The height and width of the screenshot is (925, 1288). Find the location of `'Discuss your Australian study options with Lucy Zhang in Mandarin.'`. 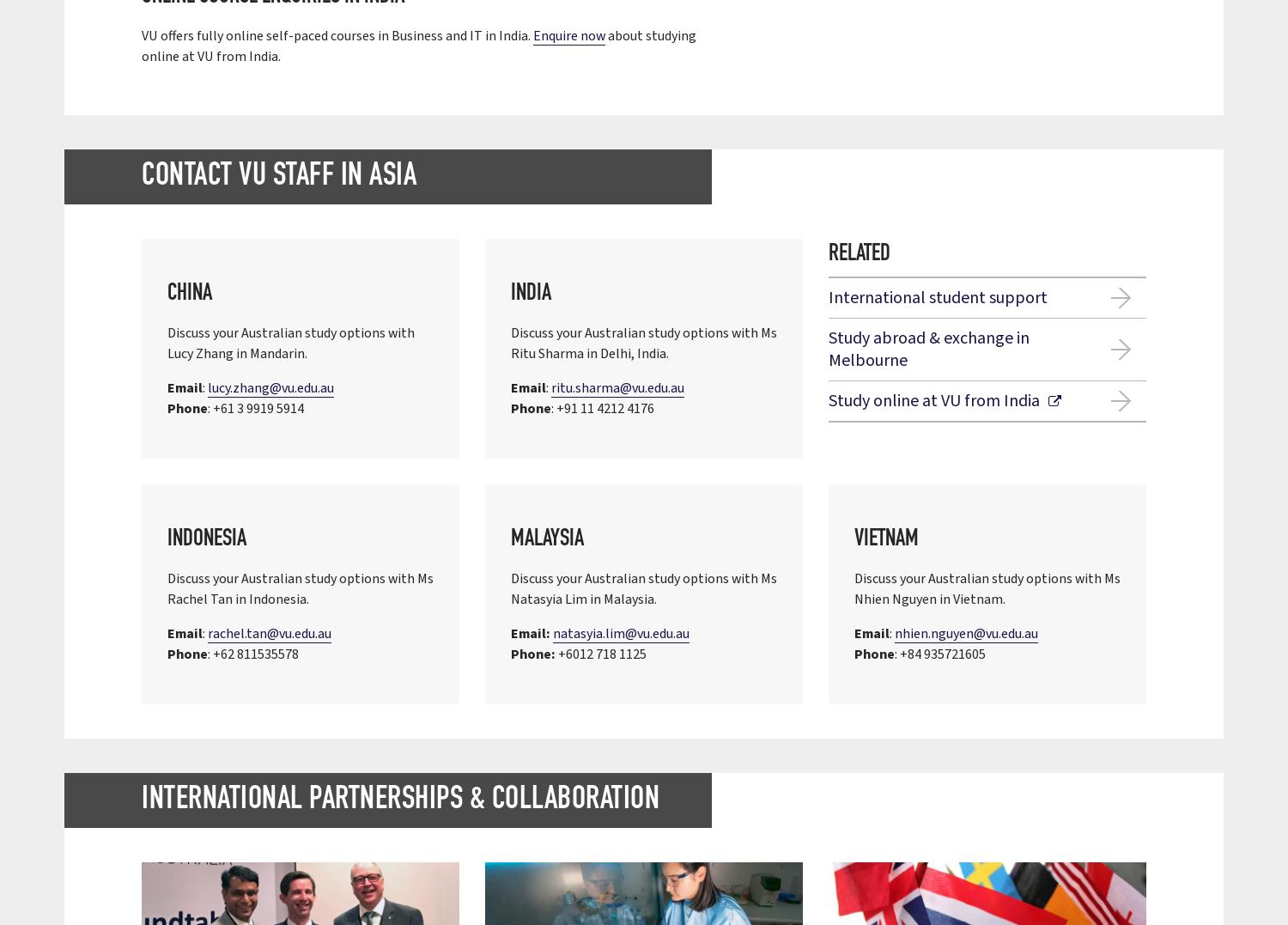

'Discuss your Australian study options with Lucy Zhang in Mandarin.' is located at coordinates (290, 343).